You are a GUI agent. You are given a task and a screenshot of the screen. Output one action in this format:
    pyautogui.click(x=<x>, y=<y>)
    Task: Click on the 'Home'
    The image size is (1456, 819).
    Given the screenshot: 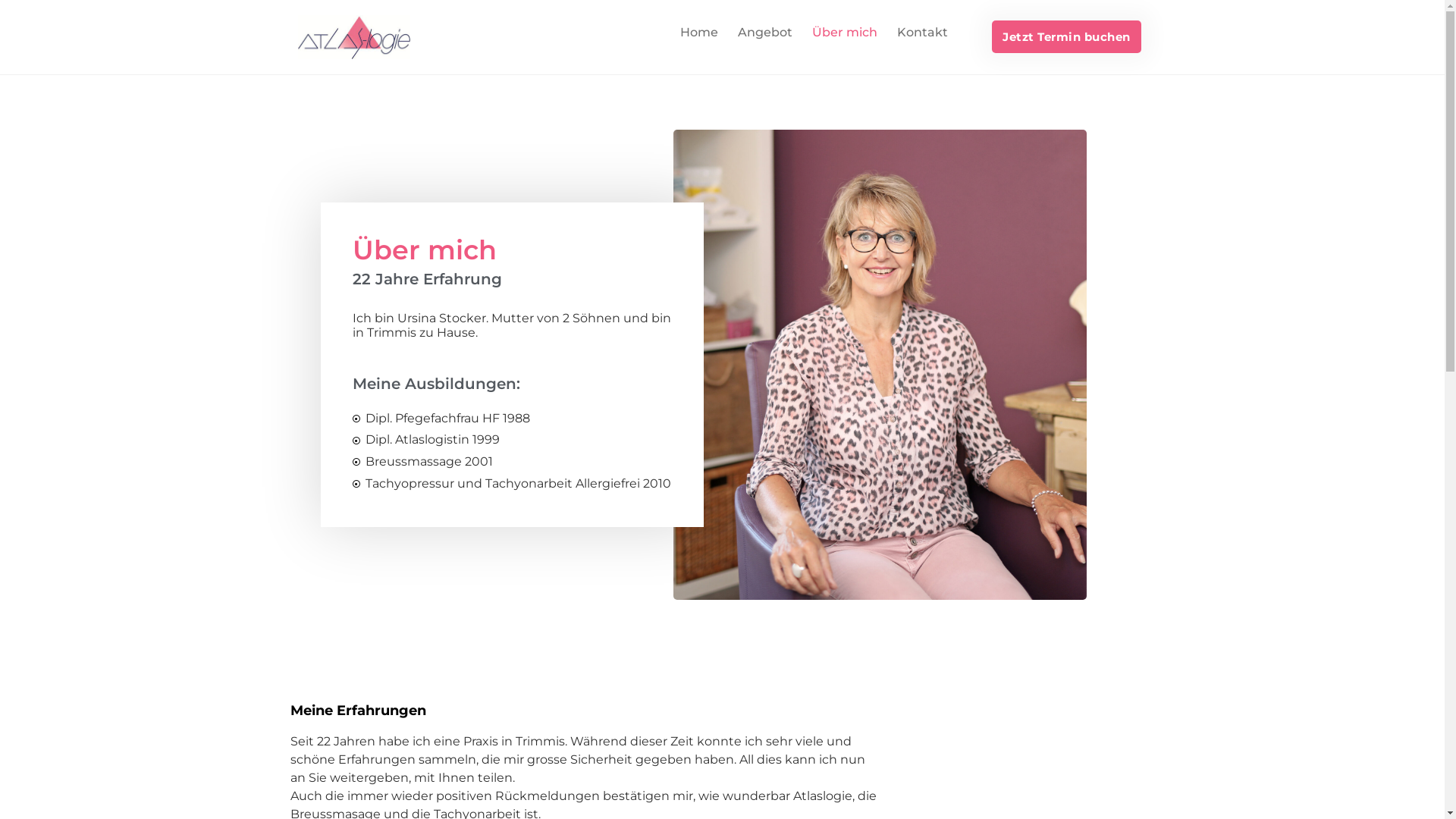 What is the action you would take?
    pyautogui.click(x=698, y=32)
    